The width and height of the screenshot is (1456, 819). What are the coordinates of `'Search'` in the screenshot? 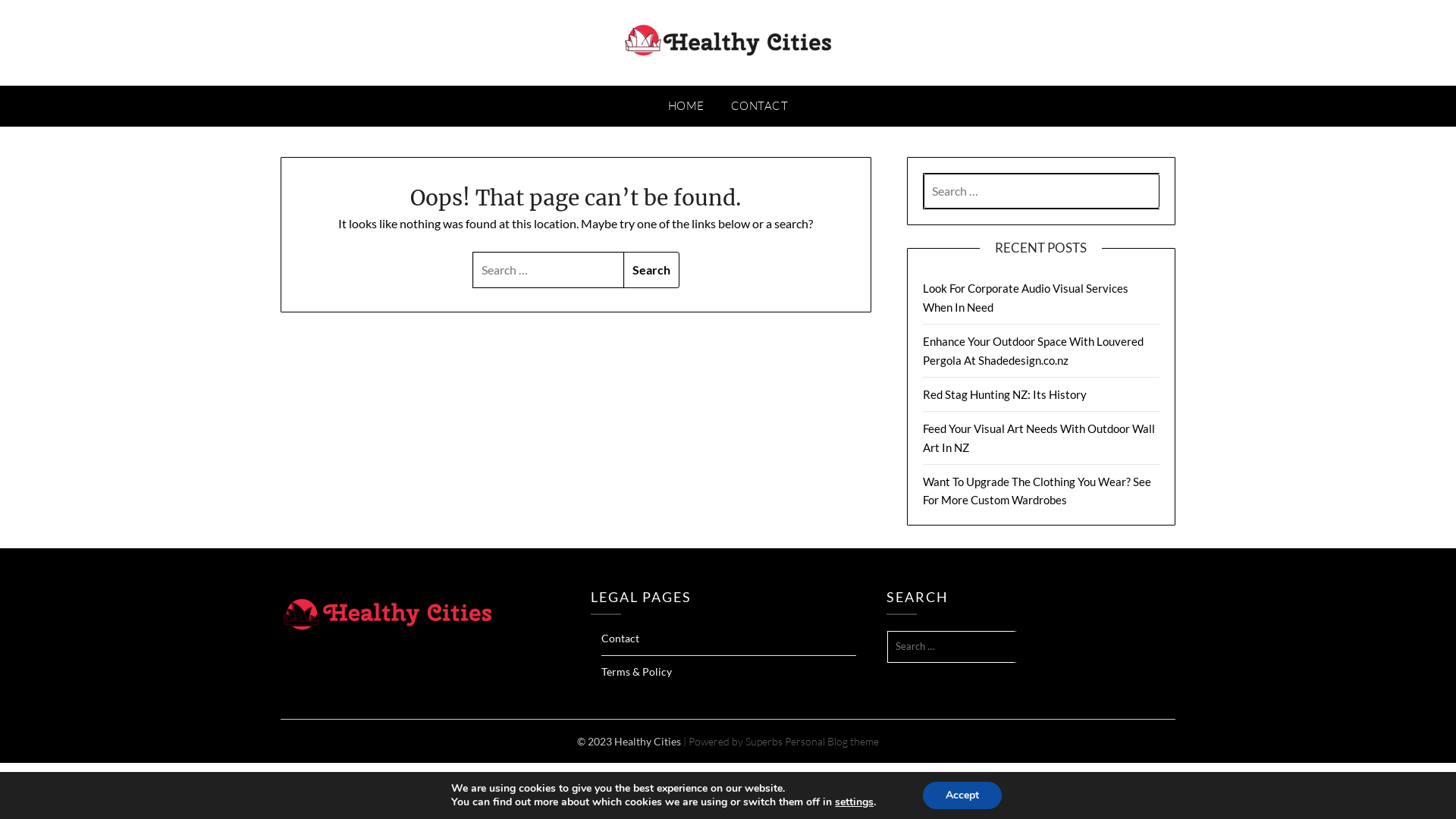 It's located at (651, 268).